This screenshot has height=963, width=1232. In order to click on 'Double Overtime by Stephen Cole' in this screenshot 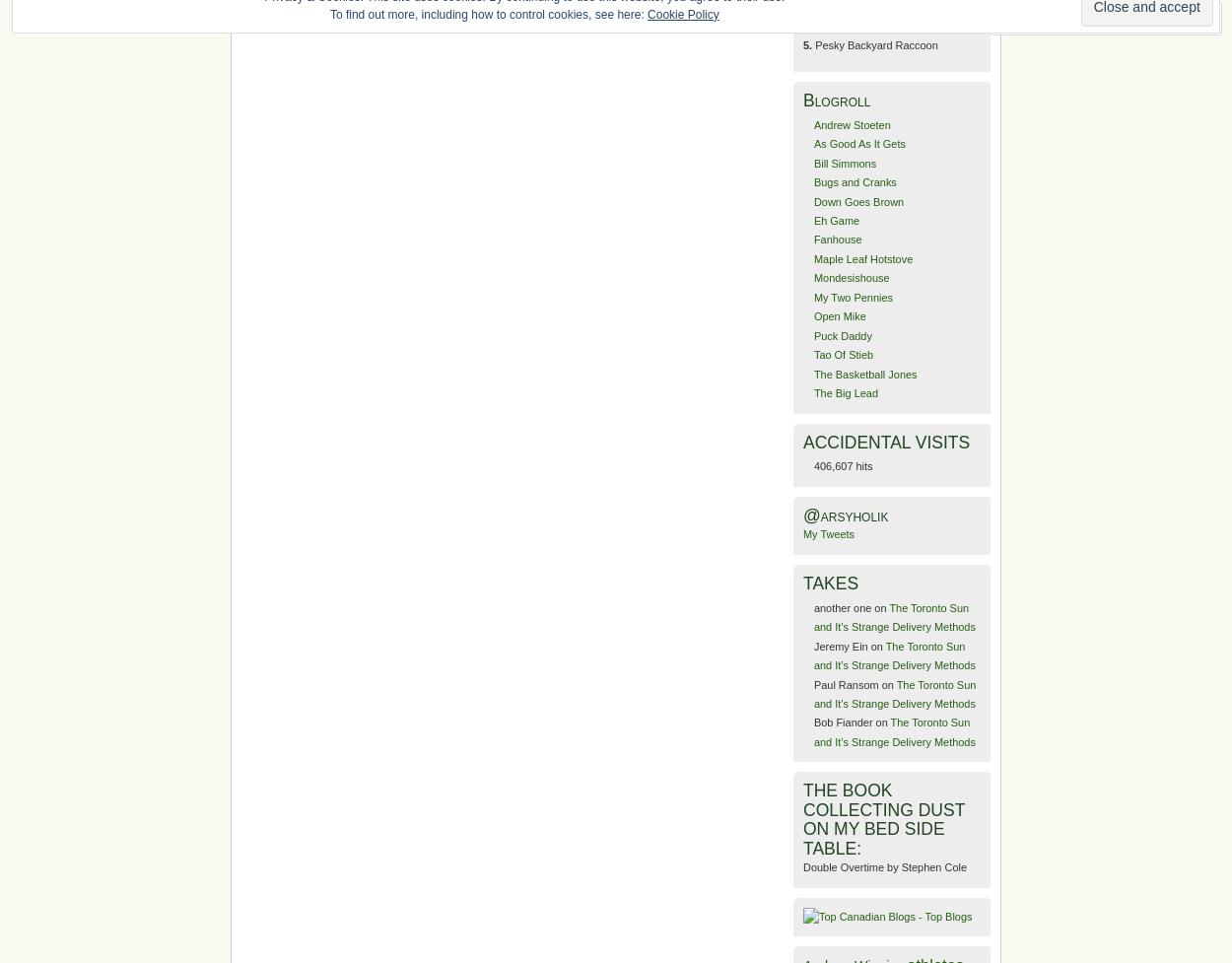, I will do `click(802, 865)`.